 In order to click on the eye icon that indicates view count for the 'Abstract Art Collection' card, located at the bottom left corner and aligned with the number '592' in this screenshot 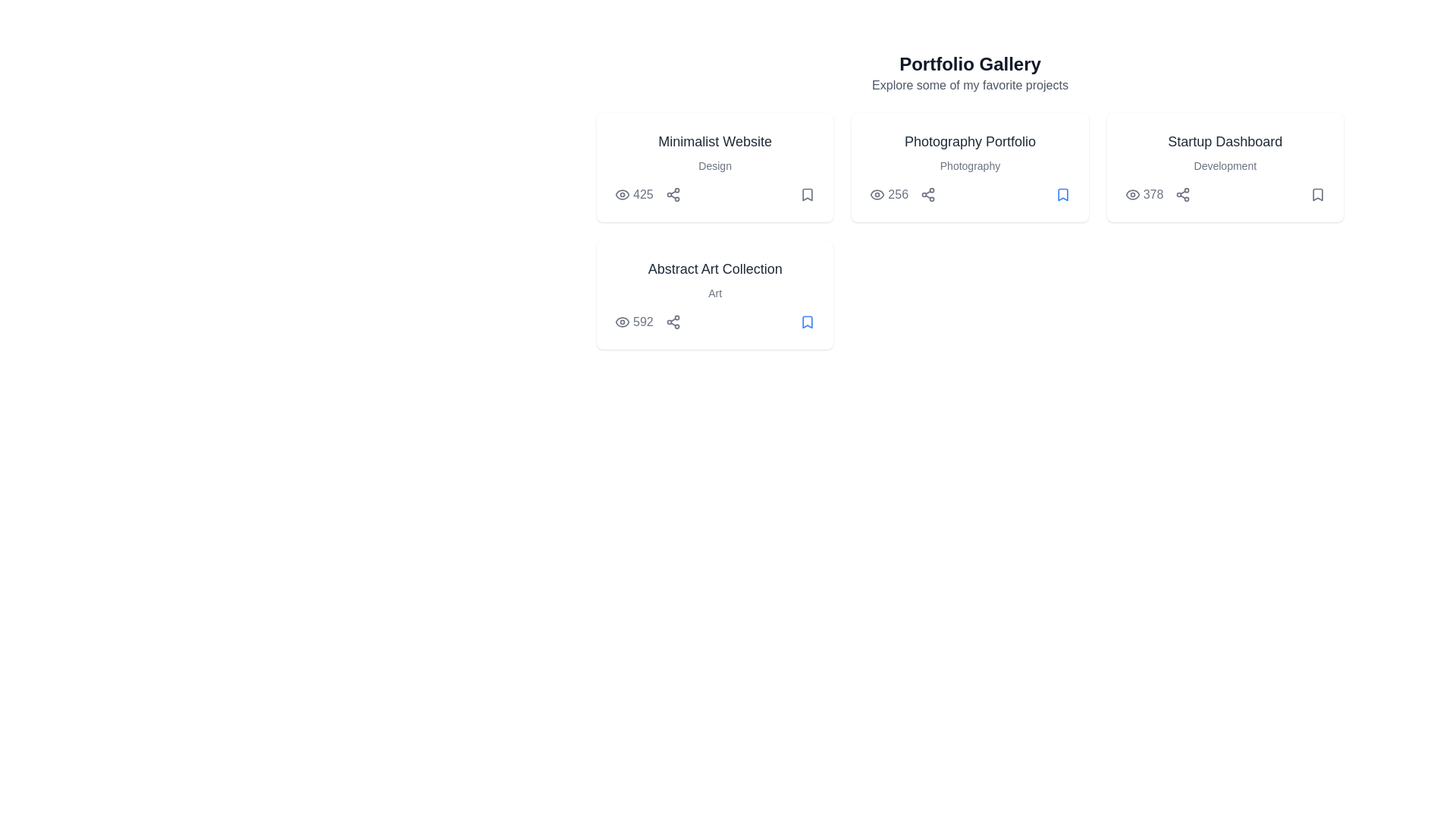, I will do `click(622, 321)`.